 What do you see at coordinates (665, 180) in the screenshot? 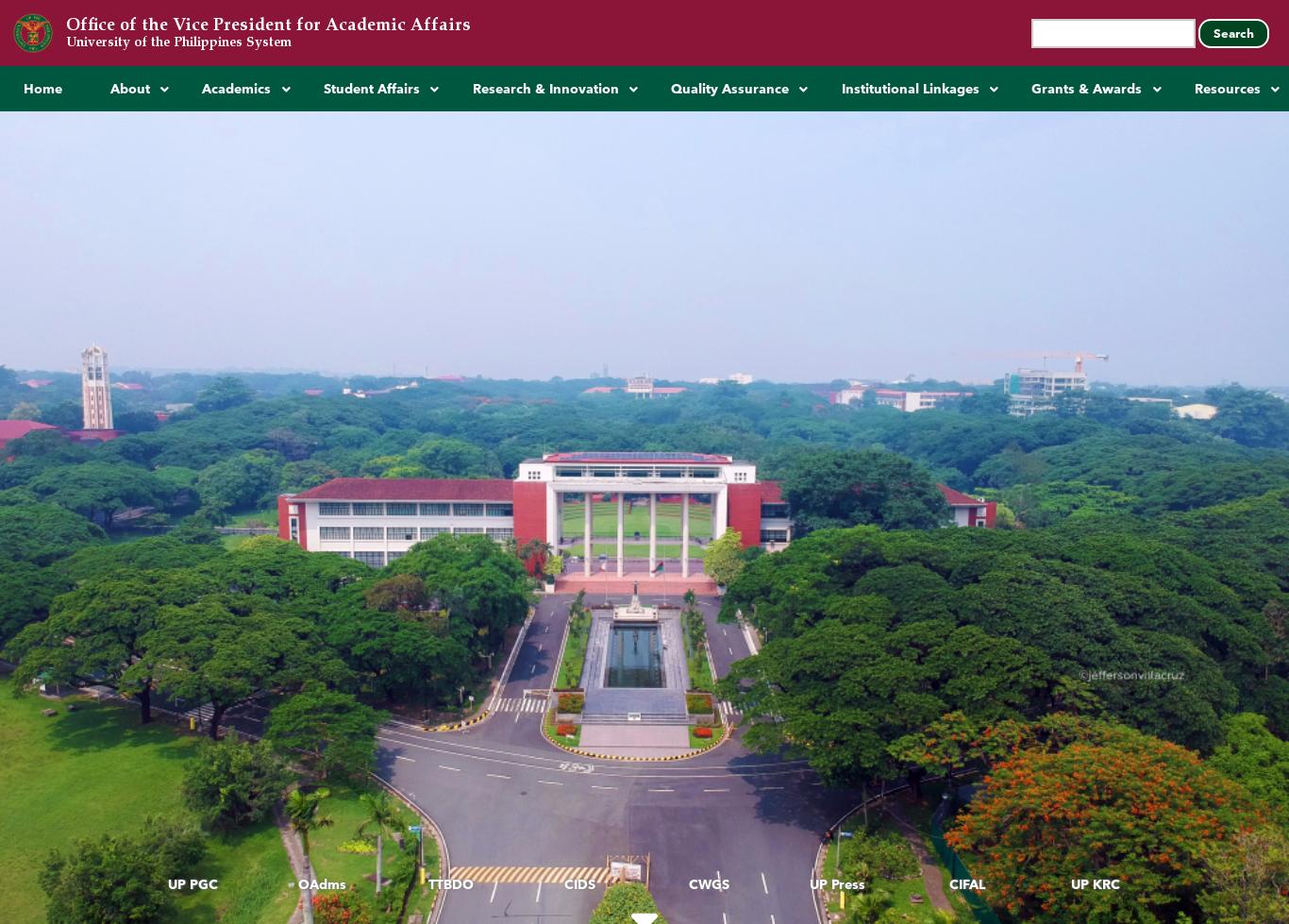
I see `'External QA'` at bounding box center [665, 180].